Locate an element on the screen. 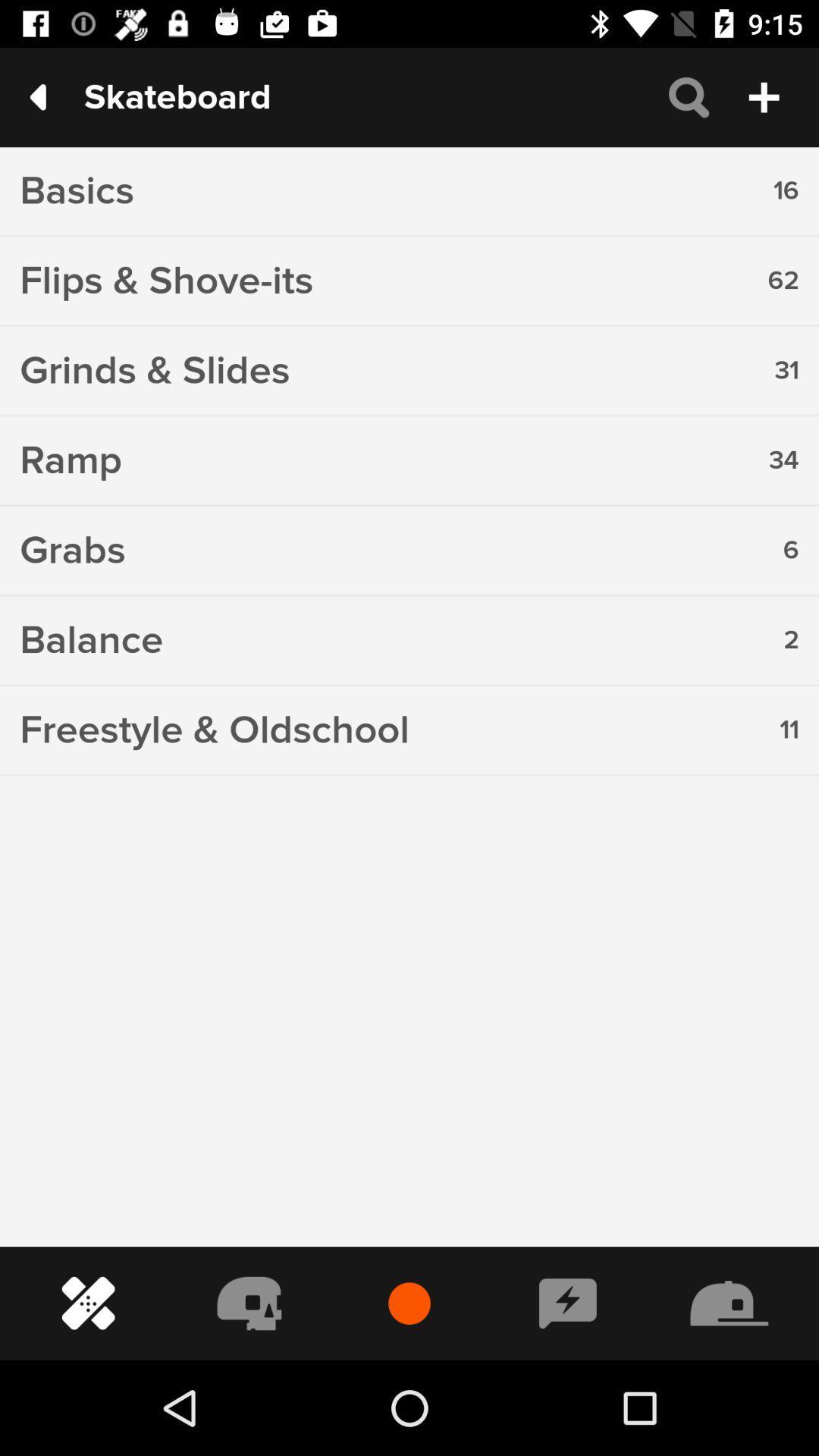 The height and width of the screenshot is (1456, 819). the add icon is located at coordinates (764, 96).